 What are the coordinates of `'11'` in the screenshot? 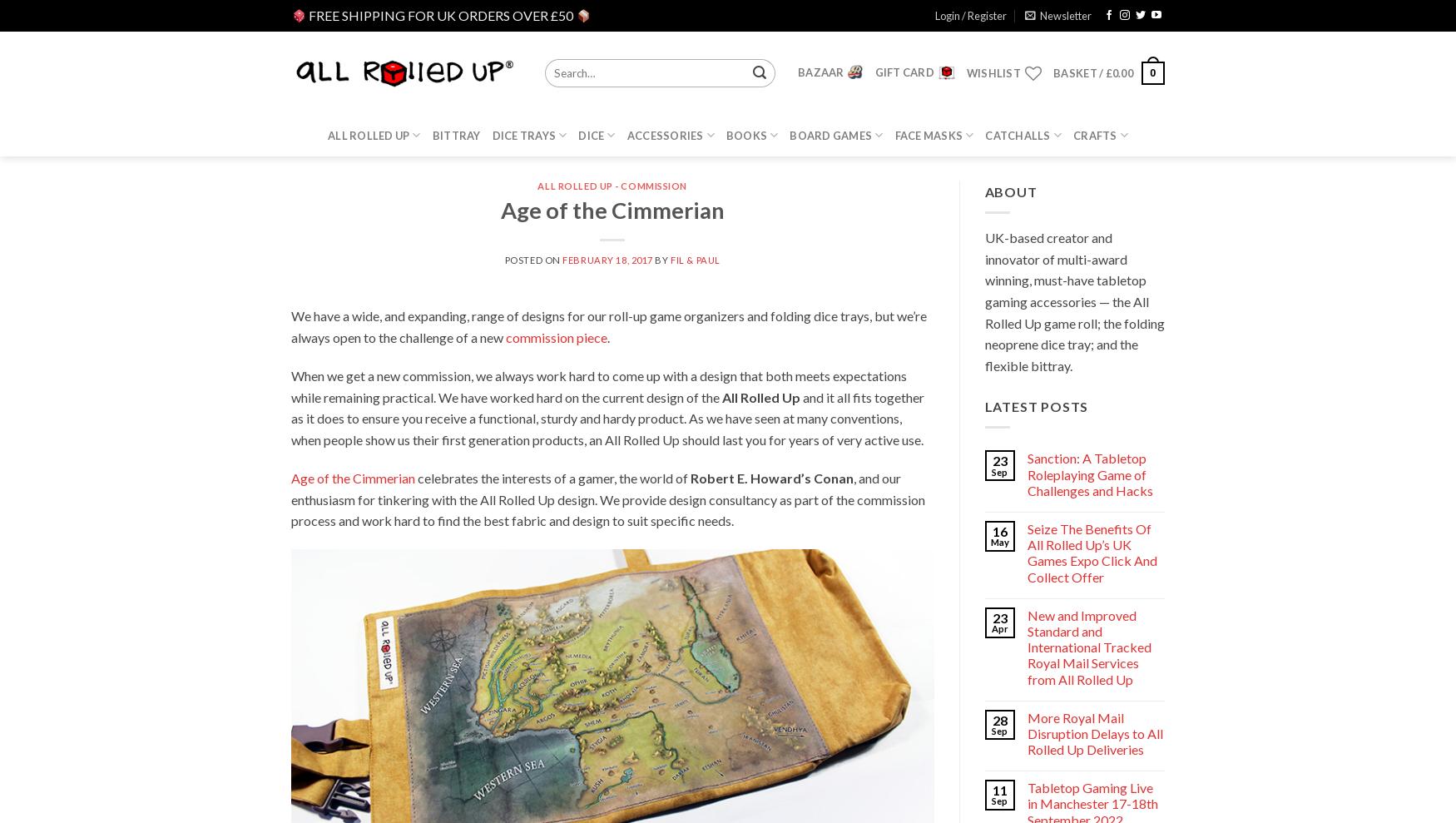 It's located at (999, 790).